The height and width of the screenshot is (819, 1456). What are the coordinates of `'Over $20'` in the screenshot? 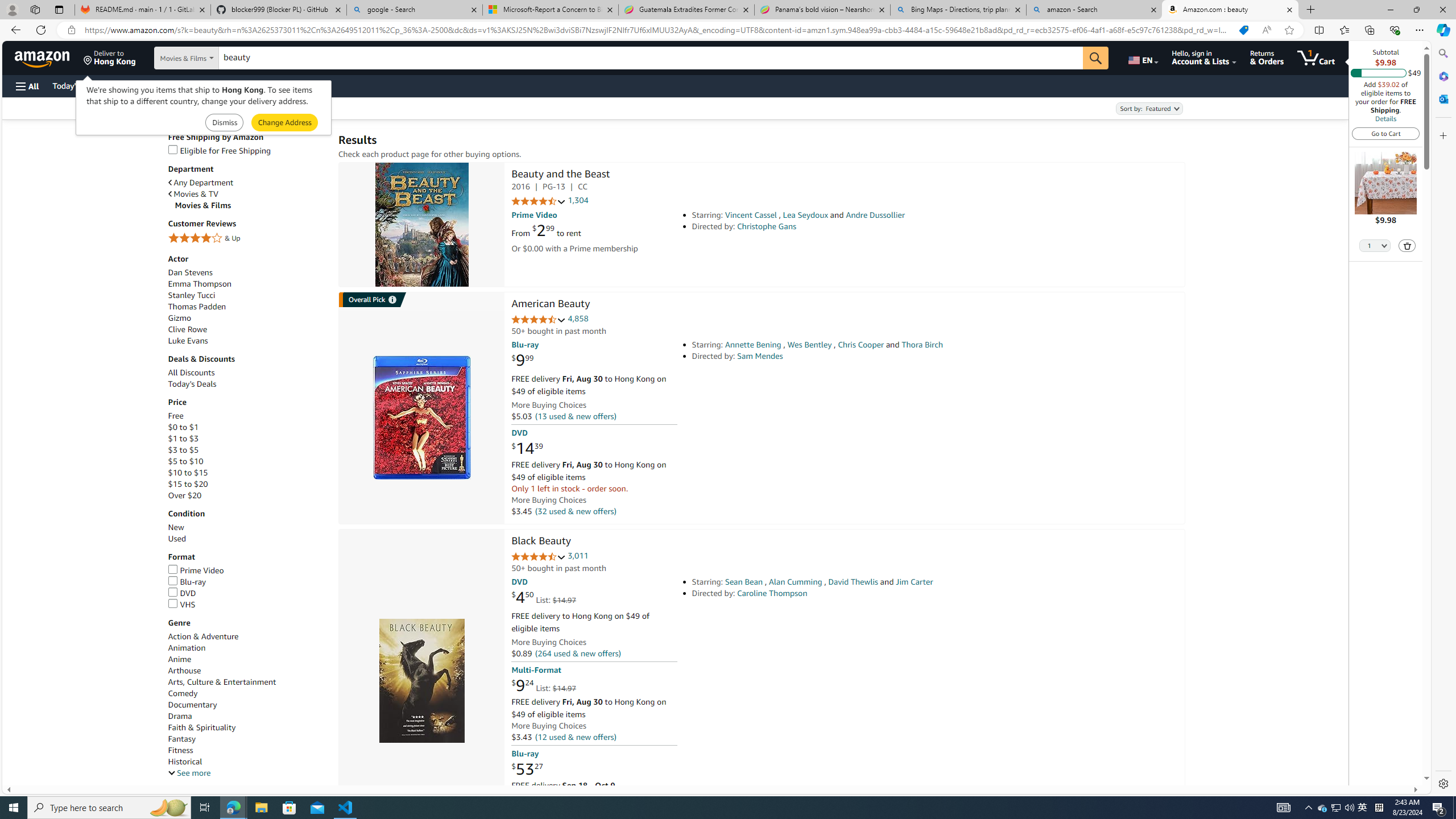 It's located at (247, 495).